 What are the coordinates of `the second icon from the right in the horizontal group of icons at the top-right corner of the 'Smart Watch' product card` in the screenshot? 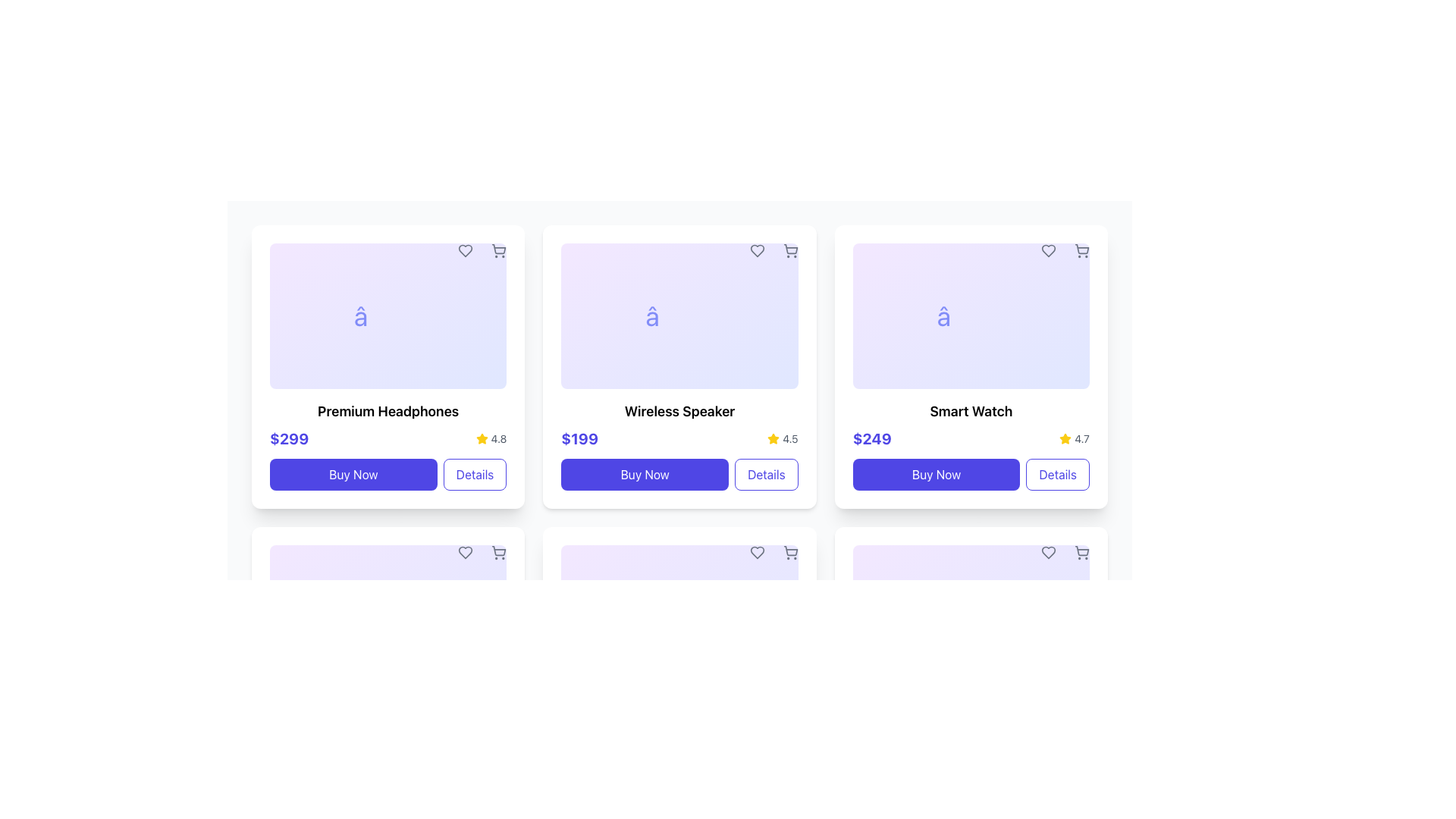 It's located at (1081, 553).